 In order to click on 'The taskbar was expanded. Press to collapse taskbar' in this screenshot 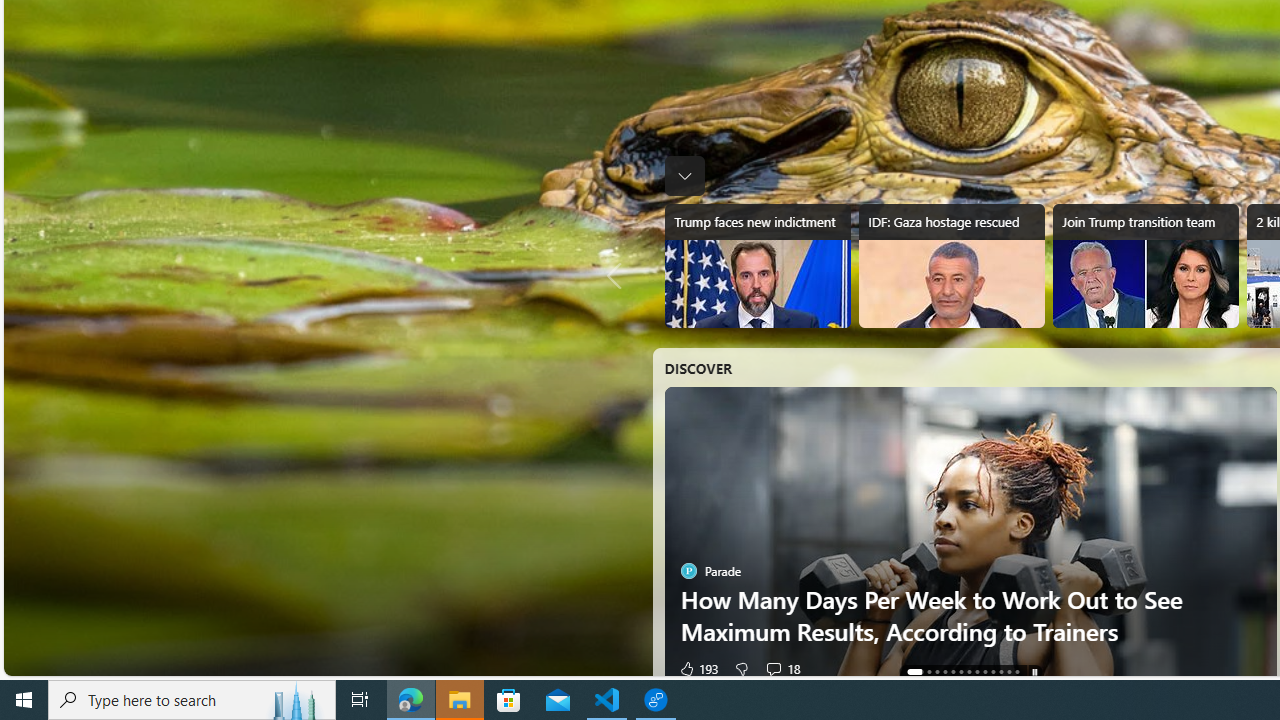, I will do `click(684, 175)`.